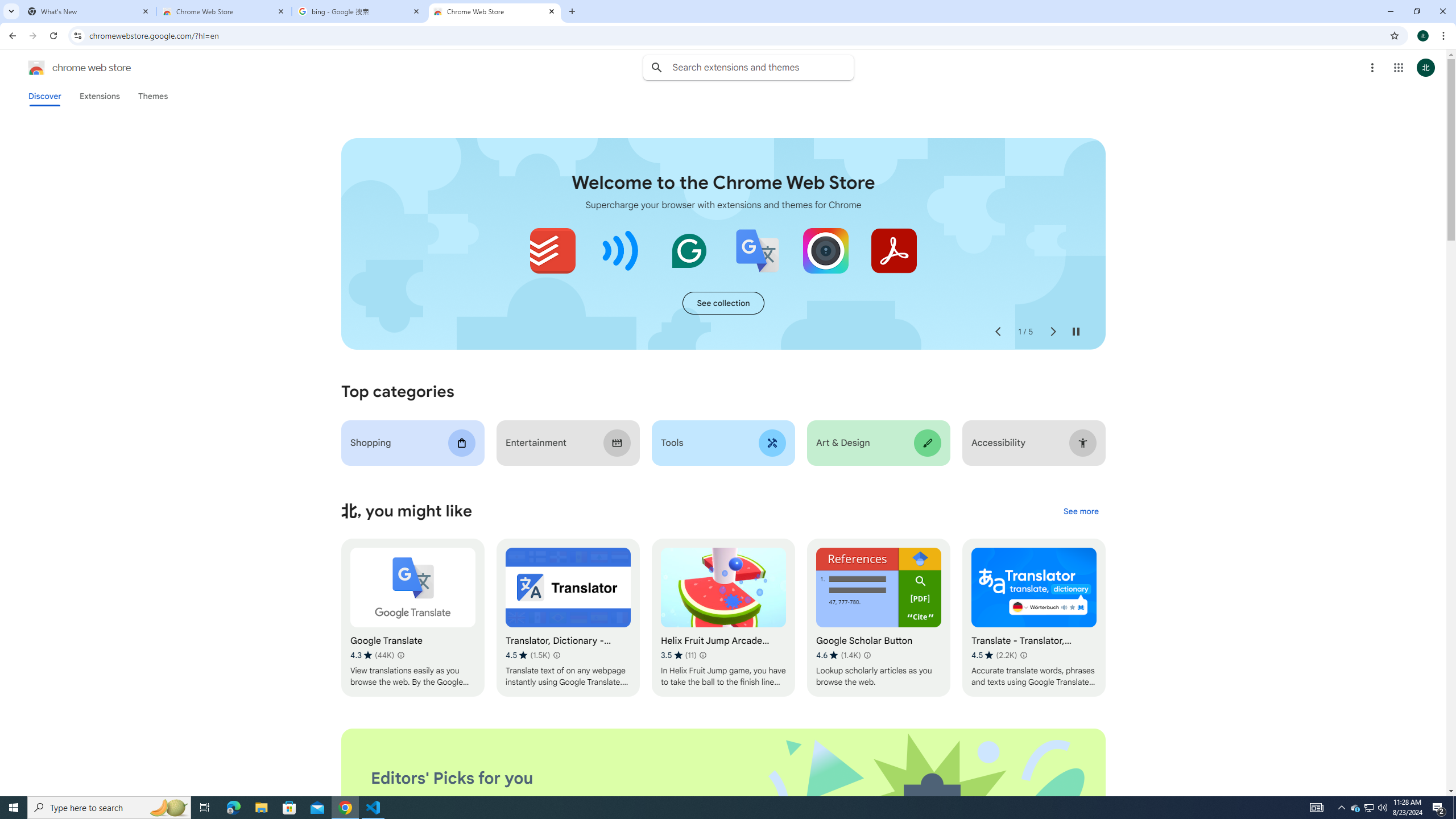 This screenshot has height=819, width=1456. Describe the element at coordinates (67, 67) in the screenshot. I see `'Chrome Web Store logo chrome web store'` at that location.